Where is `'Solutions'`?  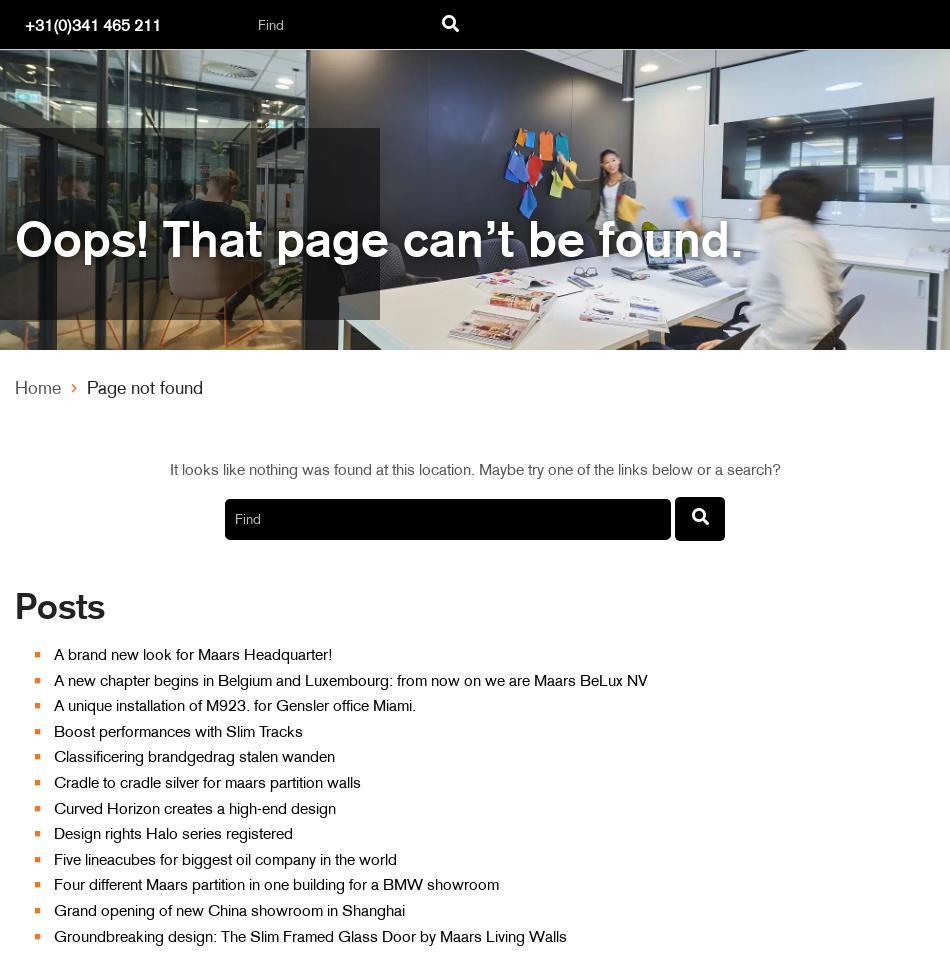 'Solutions' is located at coordinates (85, 686).